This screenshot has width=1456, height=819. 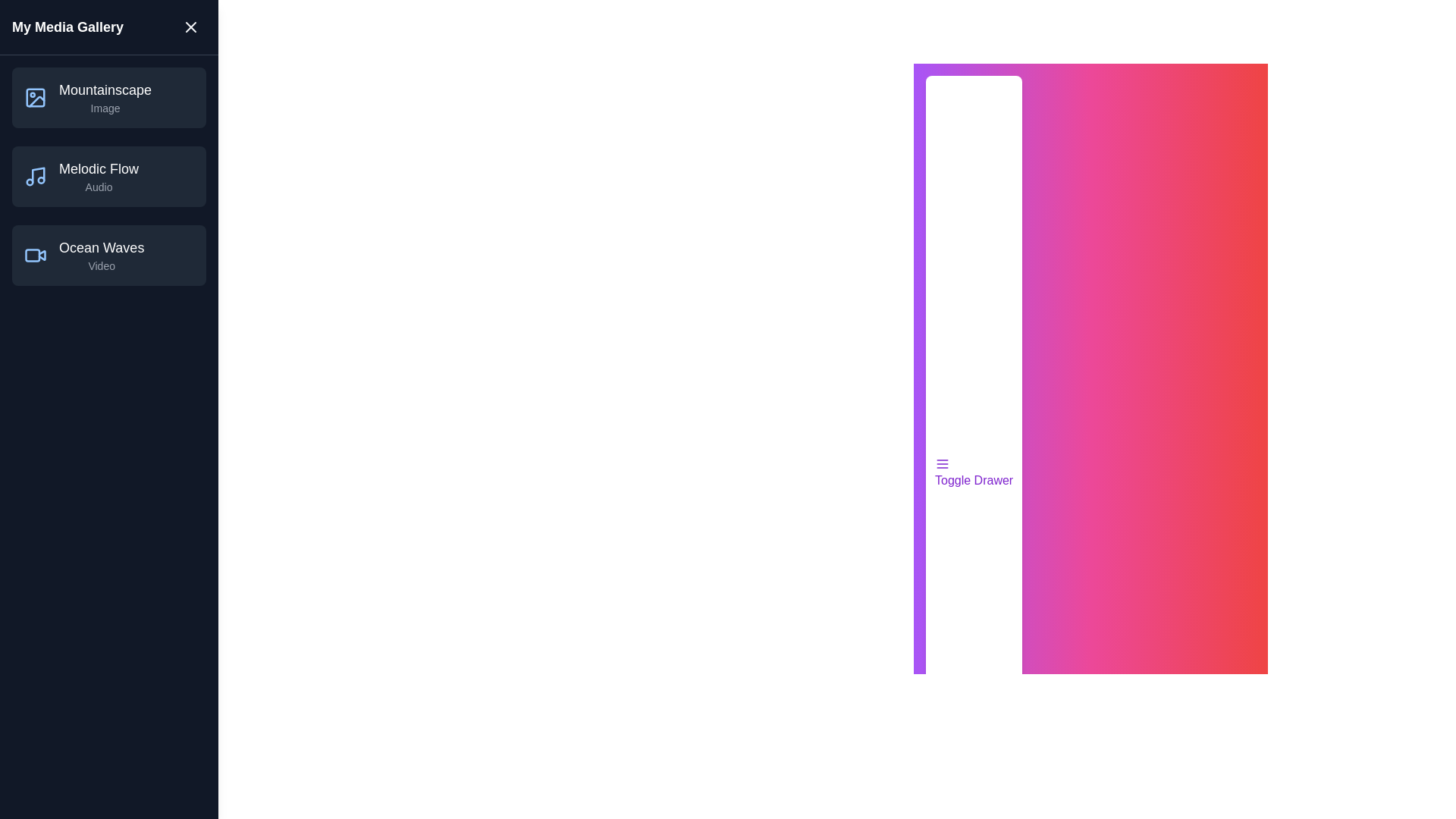 What do you see at coordinates (108, 97) in the screenshot?
I see `the media item Mountainscape from the list` at bounding box center [108, 97].